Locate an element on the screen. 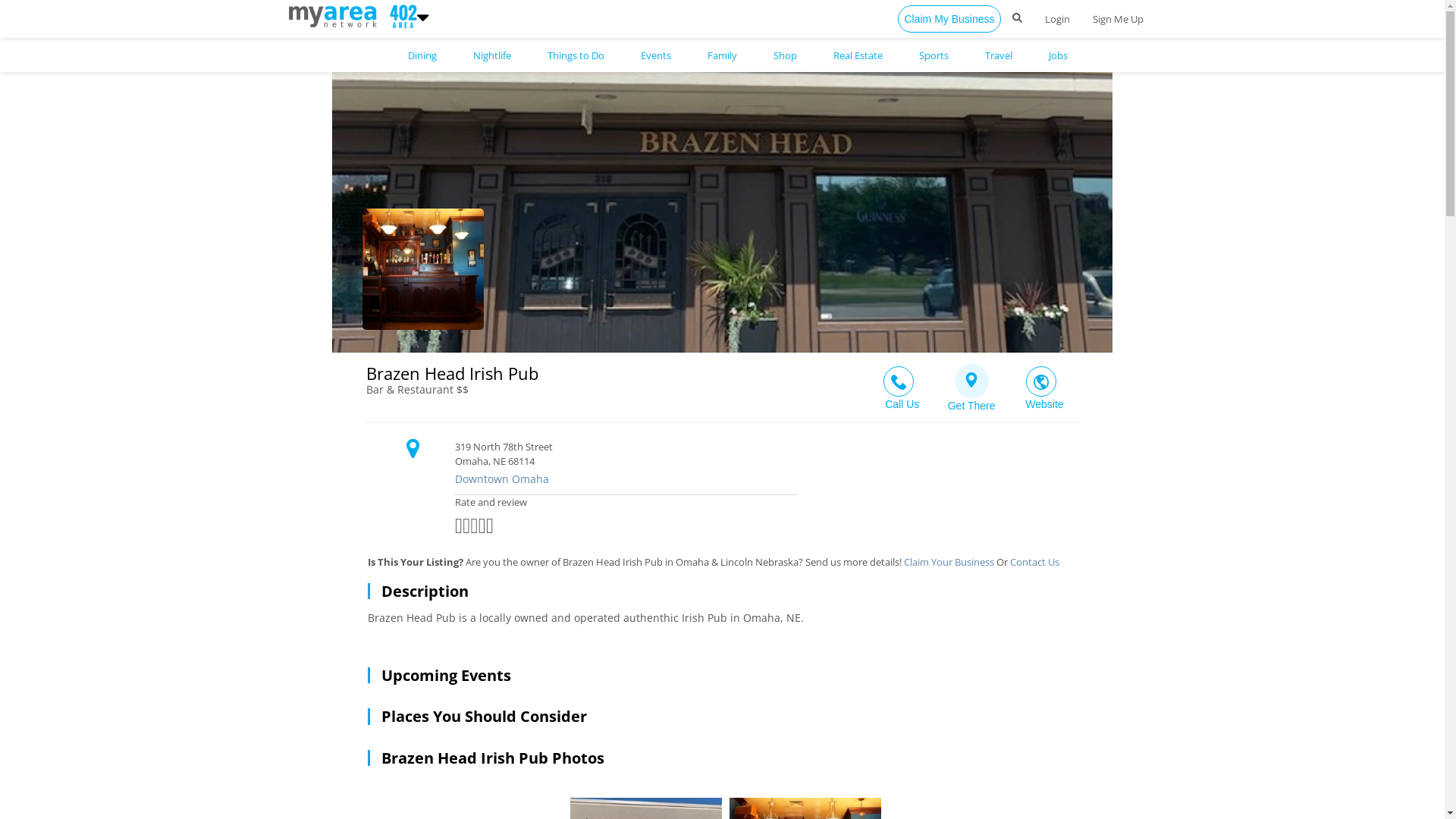  'Claim My Business' is located at coordinates (948, 18).